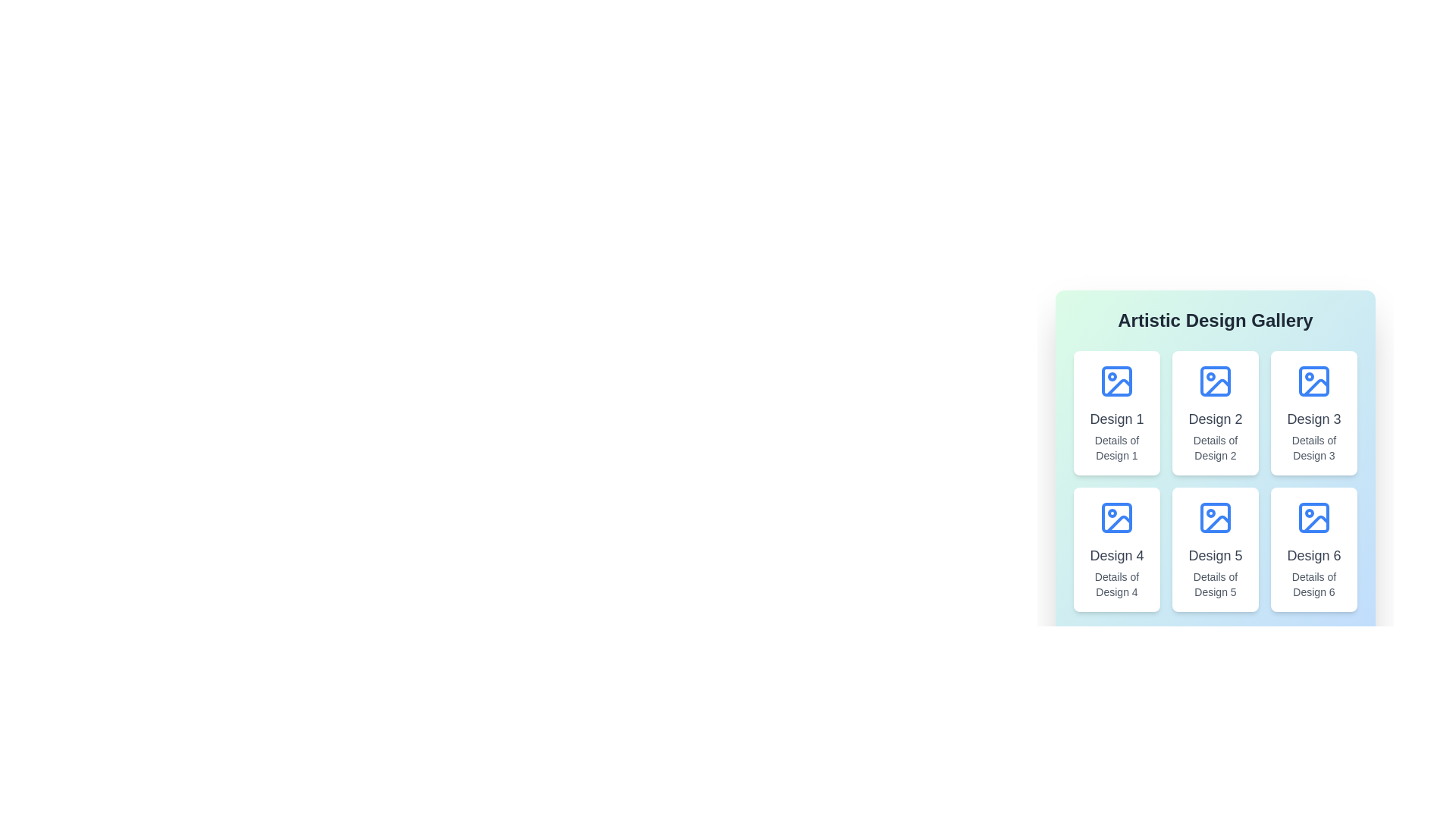 The image size is (1456, 819). I want to click on the blue decorative SVG rectangle located in the center column of the second row within the 'Design 5' card of the 'Artistic Design Gallery', so click(1216, 516).